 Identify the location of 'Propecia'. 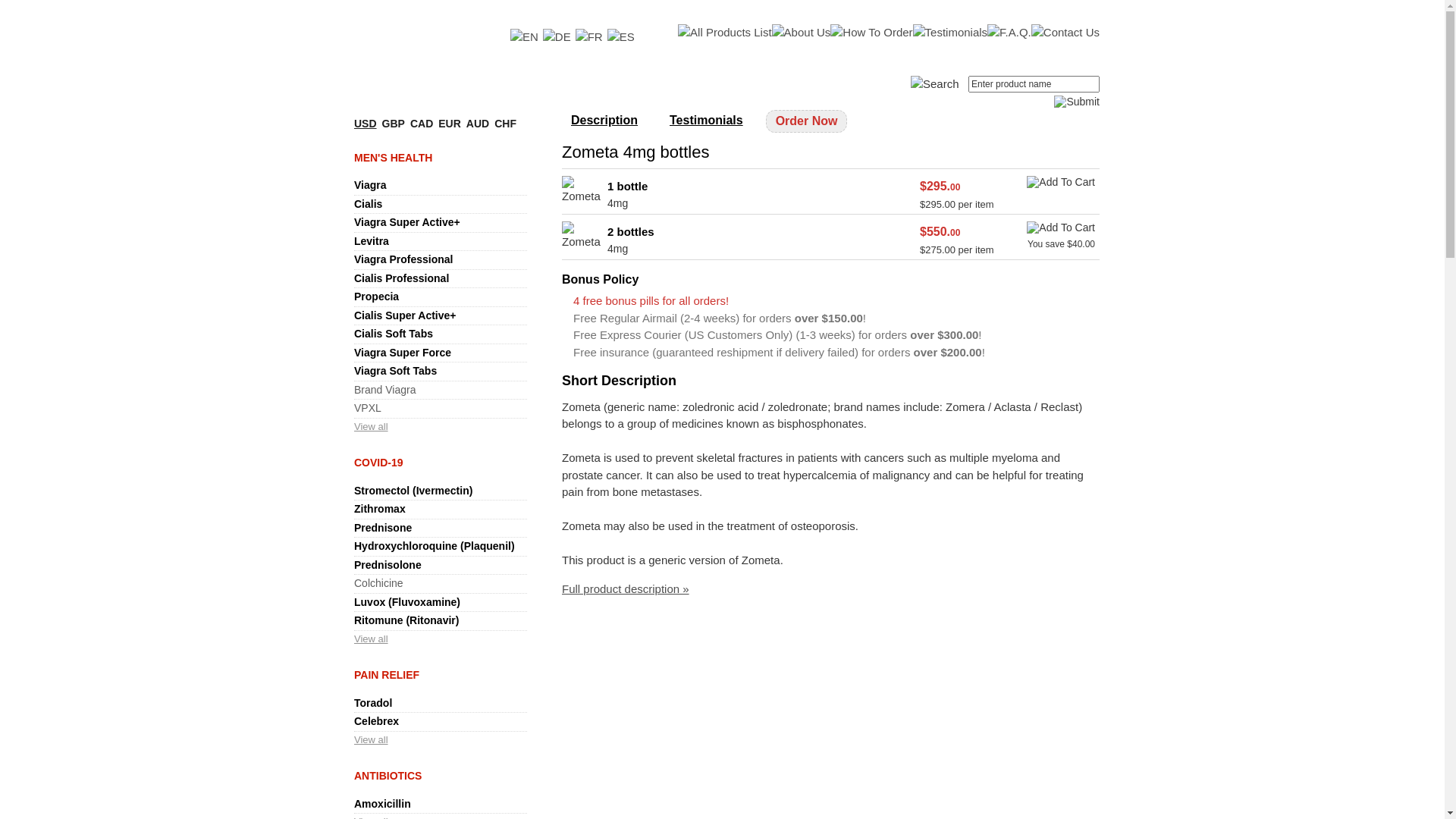
(376, 296).